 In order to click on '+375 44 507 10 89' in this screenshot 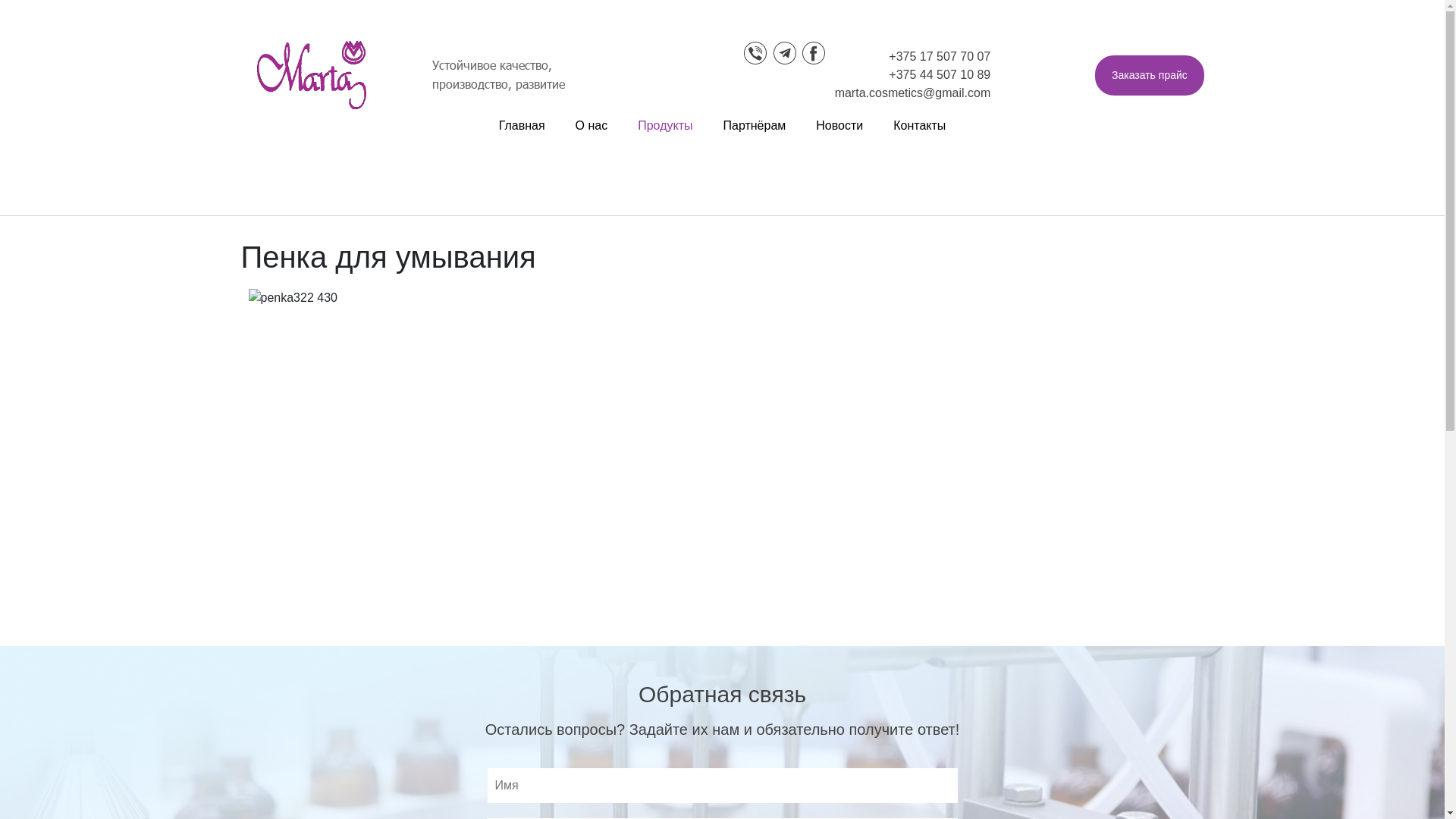, I will do `click(888, 74)`.